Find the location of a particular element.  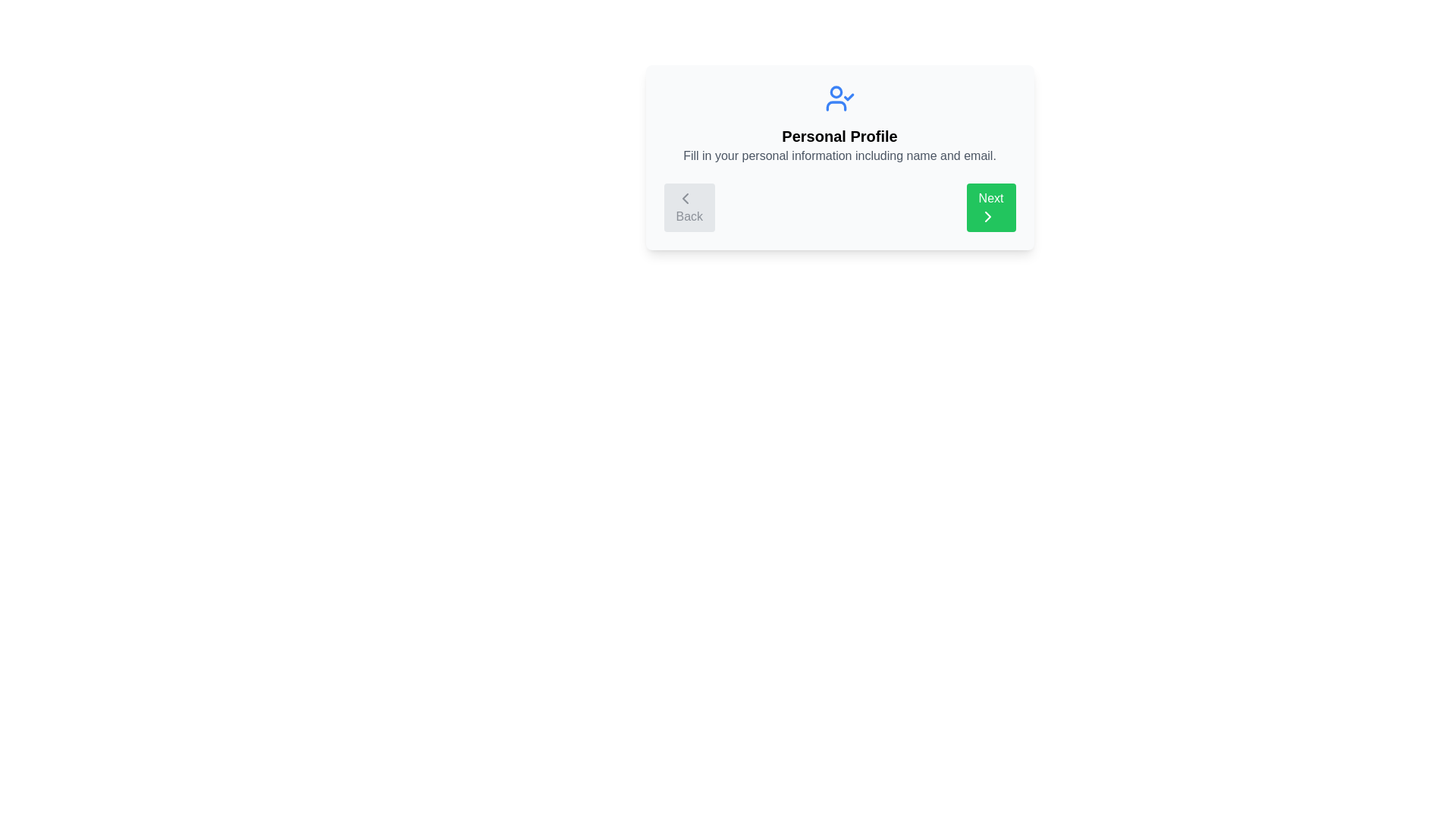

Back button to navigate through the steps is located at coordinates (688, 207).